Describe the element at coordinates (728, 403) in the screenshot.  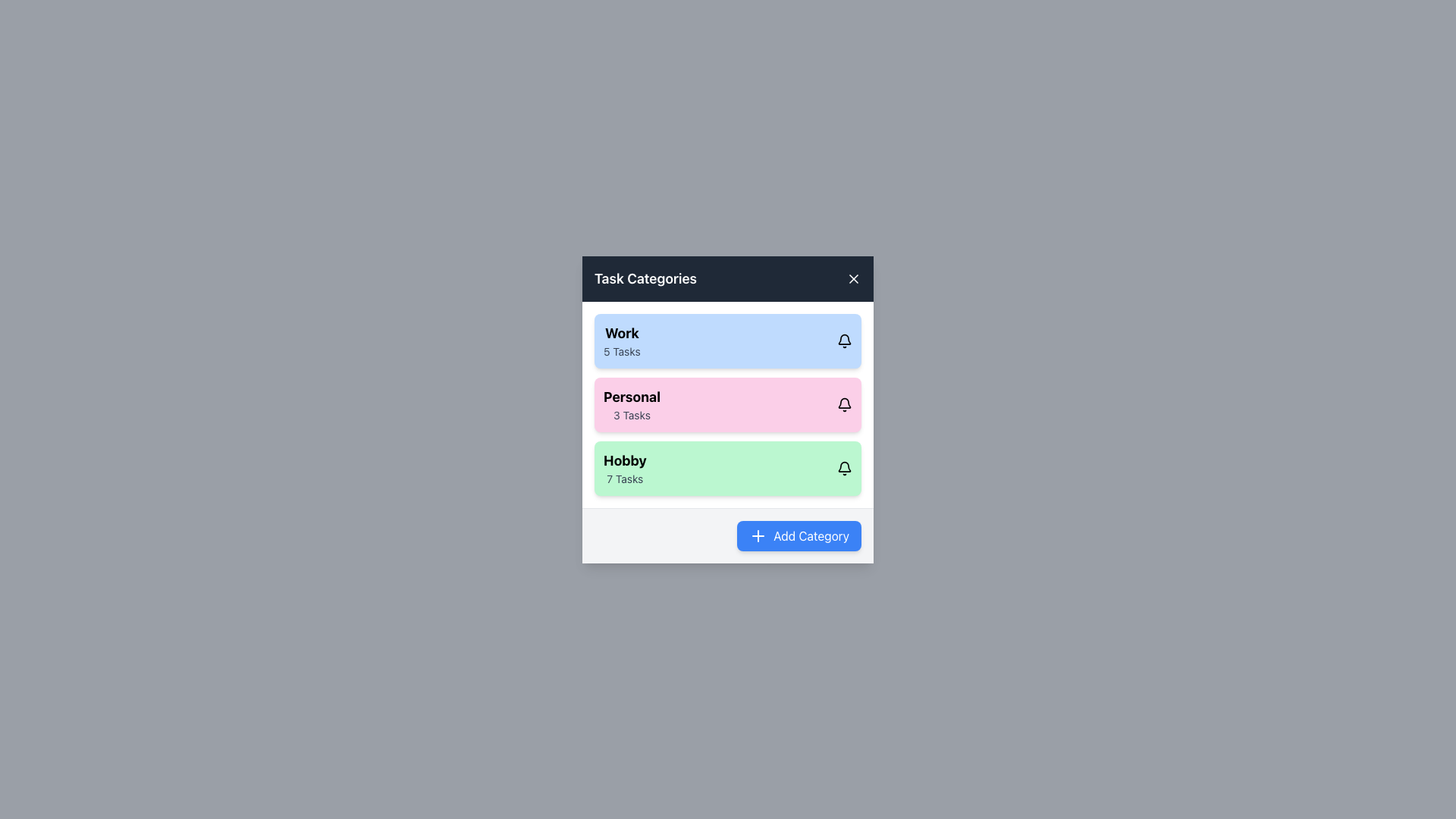
I see `the 'Personal' category block, which is the second in a vertical list of three categories` at that location.